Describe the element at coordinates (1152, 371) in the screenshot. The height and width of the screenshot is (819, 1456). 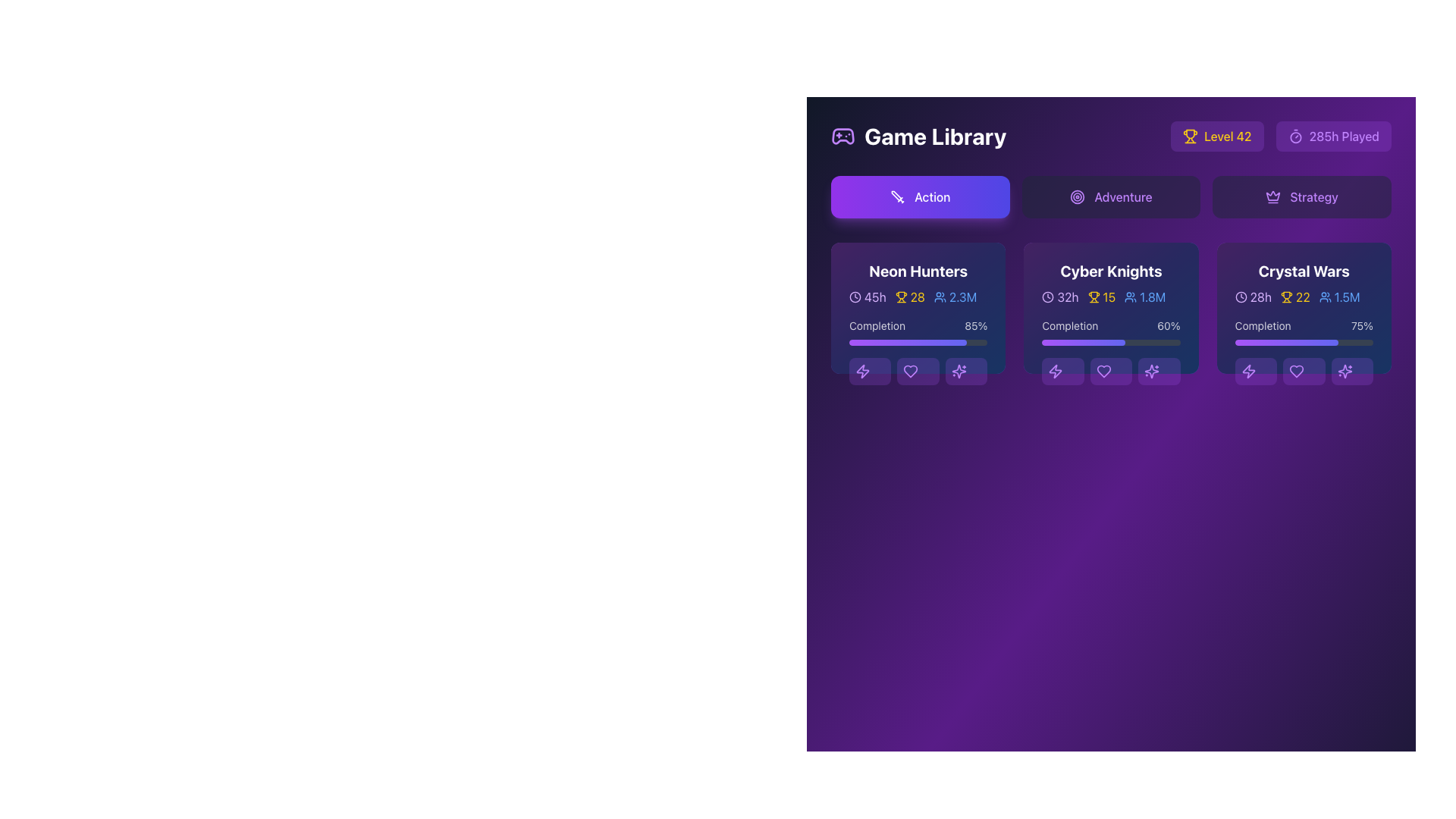
I see `the purple sparkles icon button located in the middle of the action button group beneath the 'Cyber Knights' game card` at that location.